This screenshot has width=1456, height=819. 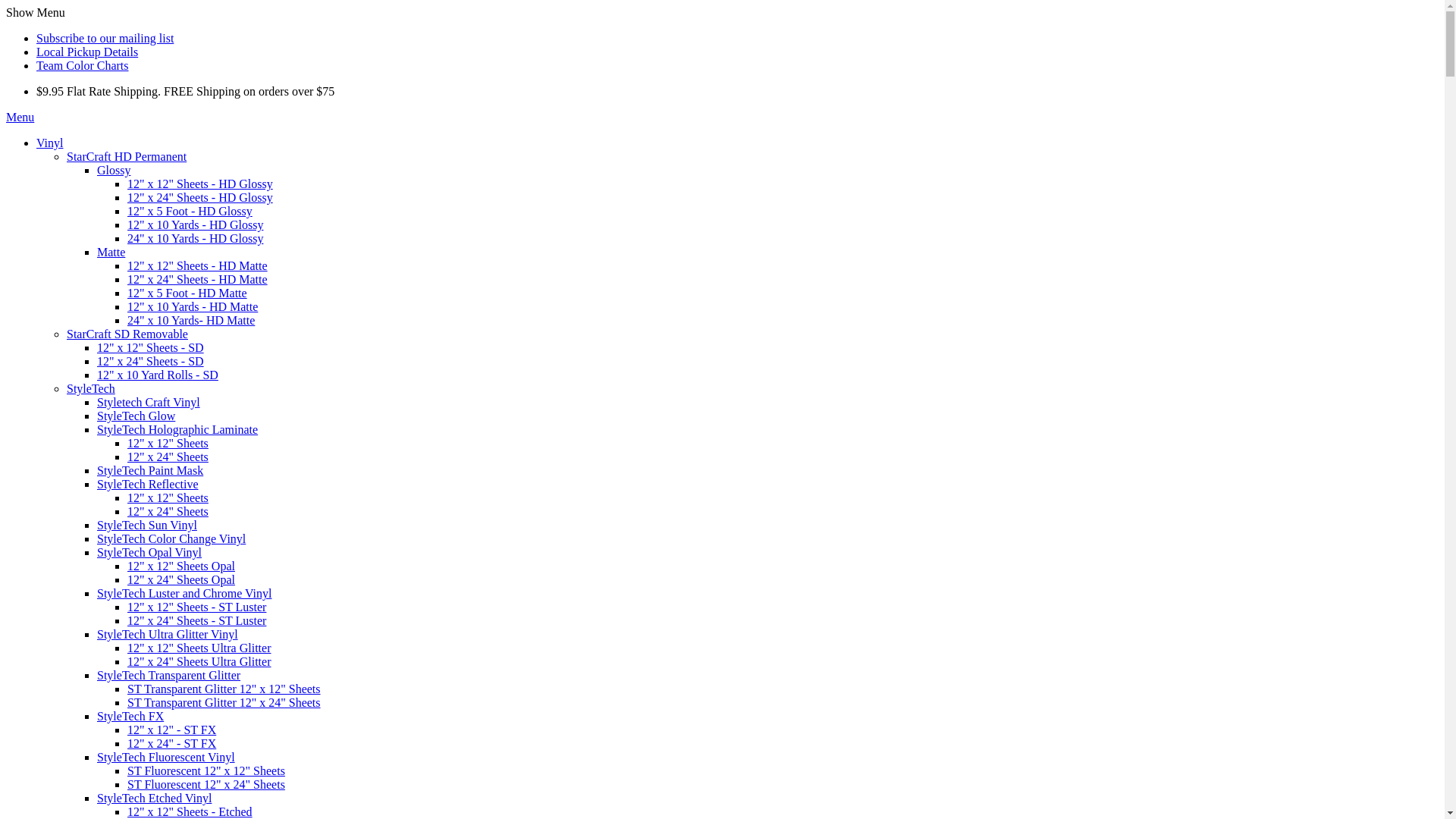 What do you see at coordinates (171, 538) in the screenshot?
I see `'StyleTech Color Change Vinyl'` at bounding box center [171, 538].